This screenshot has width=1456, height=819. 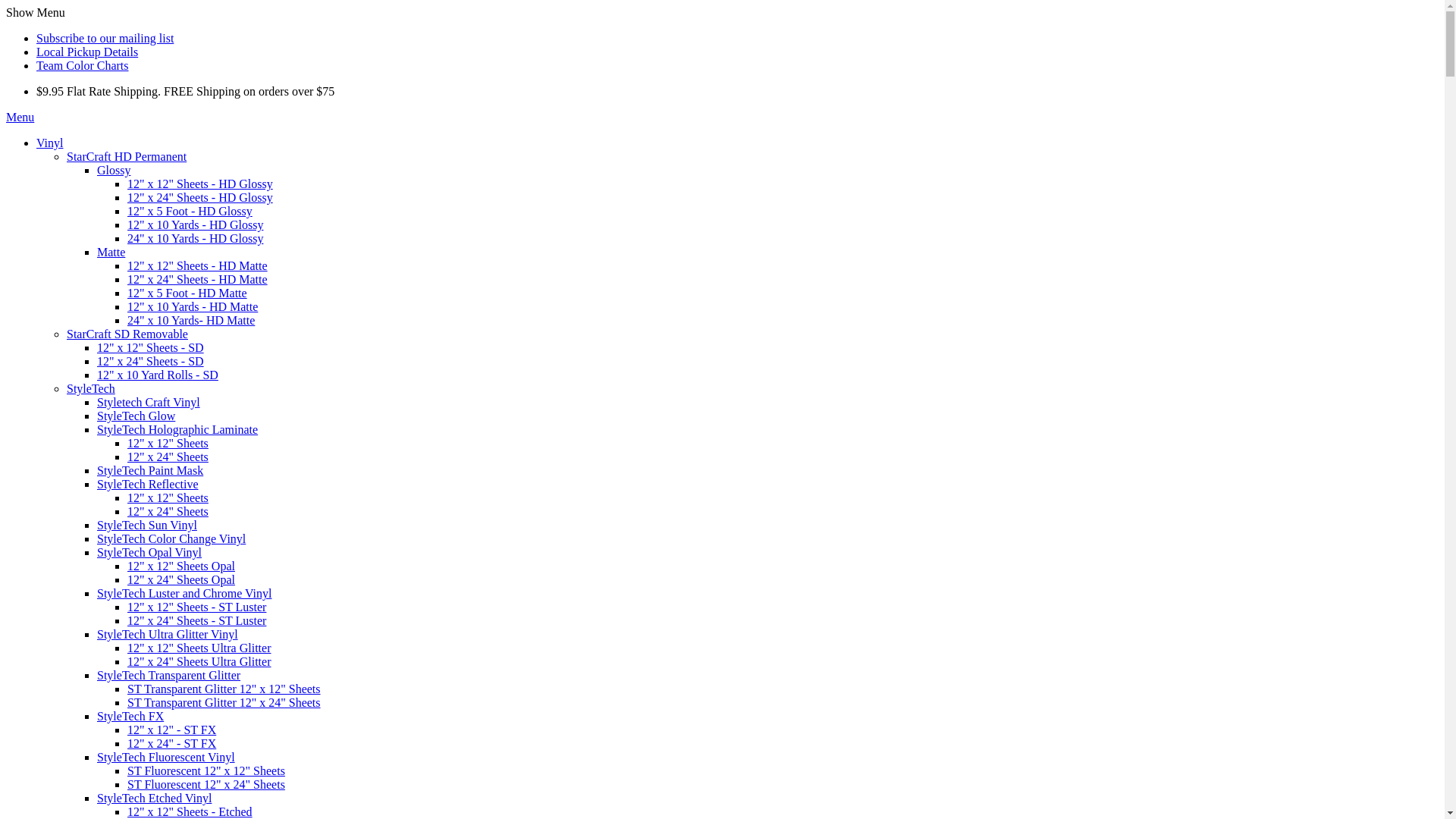 What do you see at coordinates (171, 538) in the screenshot?
I see `'StyleTech Color Change Vinyl'` at bounding box center [171, 538].